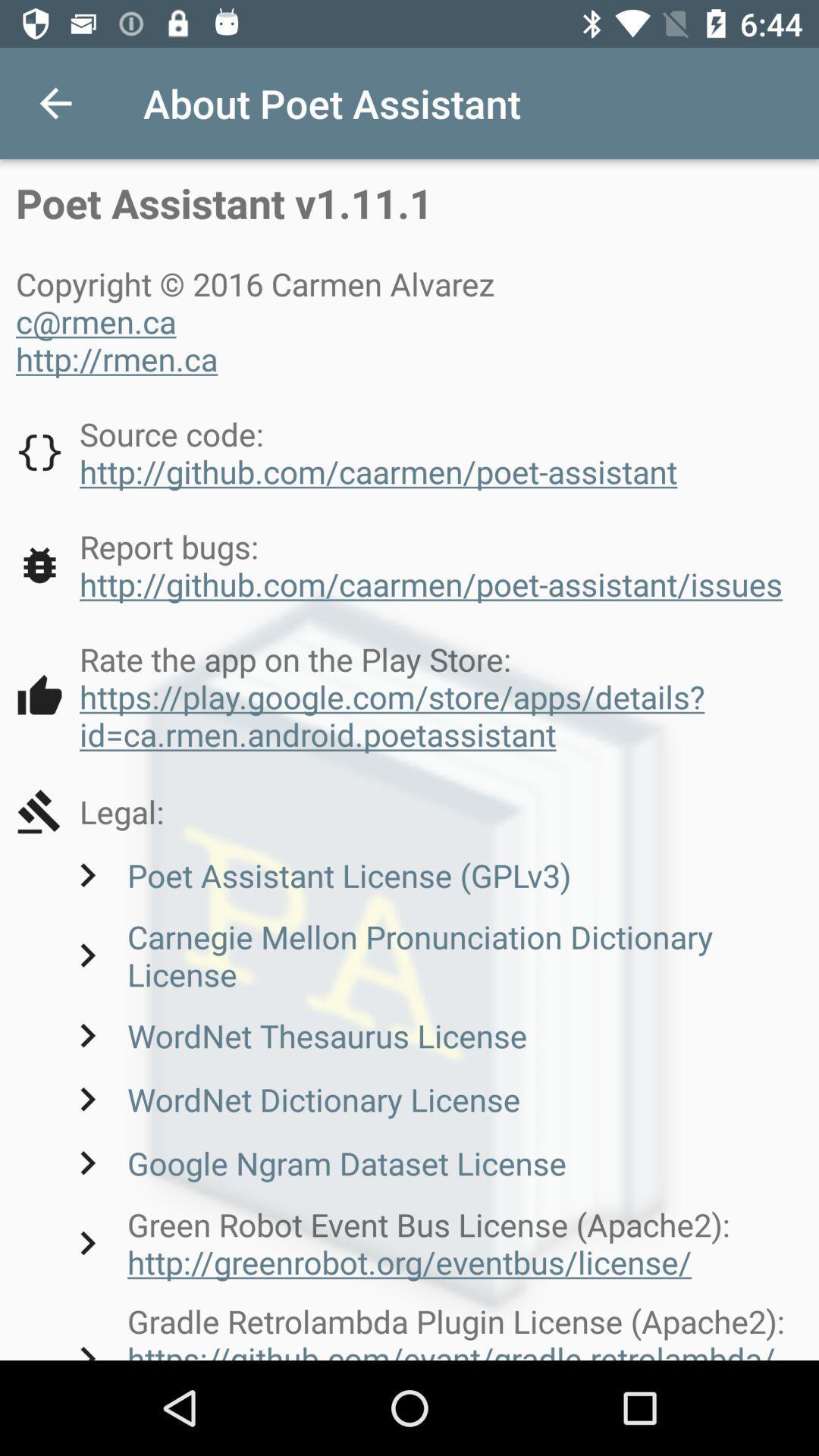 The width and height of the screenshot is (819, 1456). What do you see at coordinates (346, 451) in the screenshot?
I see `2 lines text which is above report bugs on the page` at bounding box center [346, 451].